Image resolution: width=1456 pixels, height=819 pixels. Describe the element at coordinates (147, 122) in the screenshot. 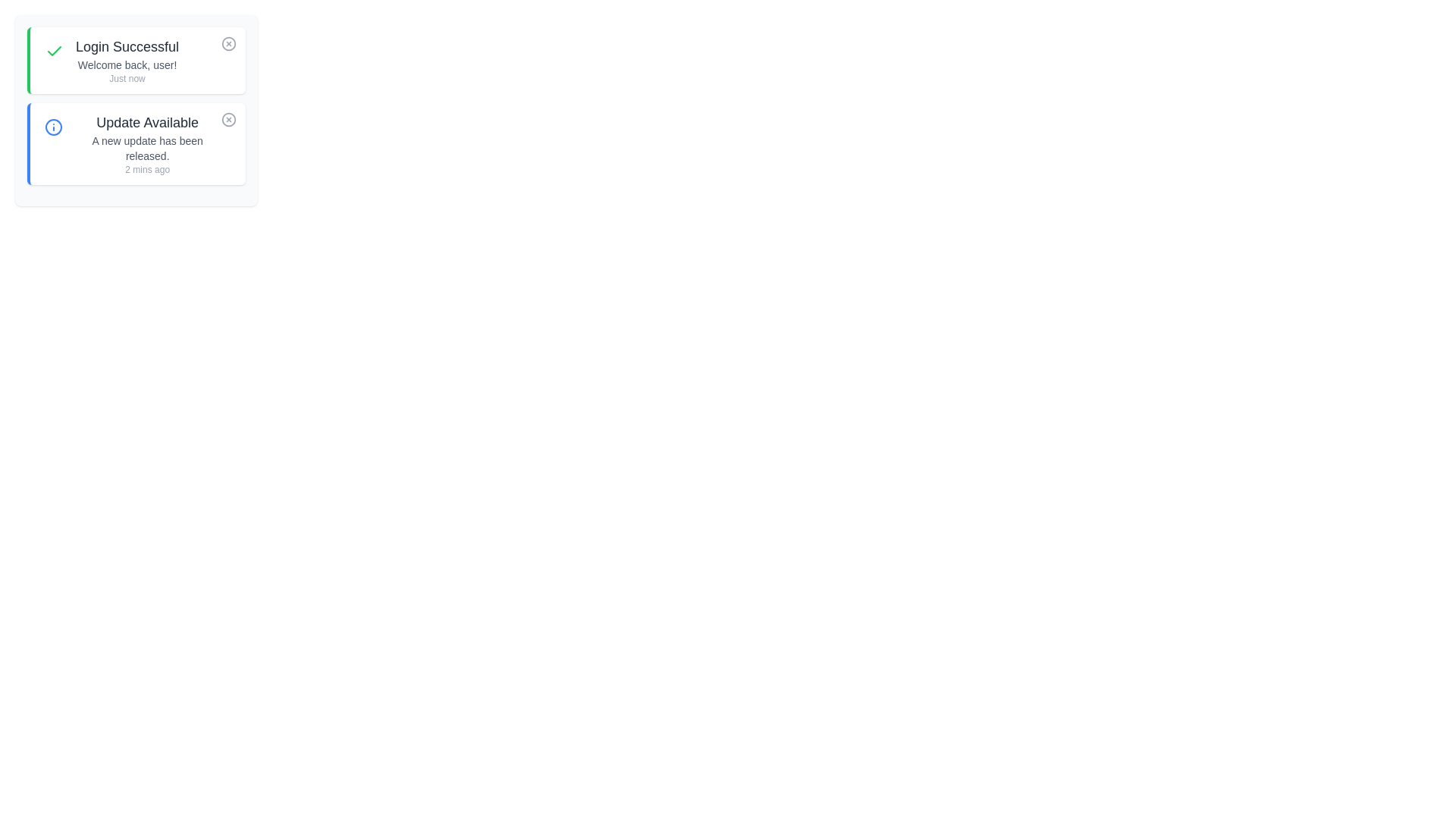

I see `the 'Update Available' text label, which is a larger, bold font indicating an important notification at the top of the card` at that location.